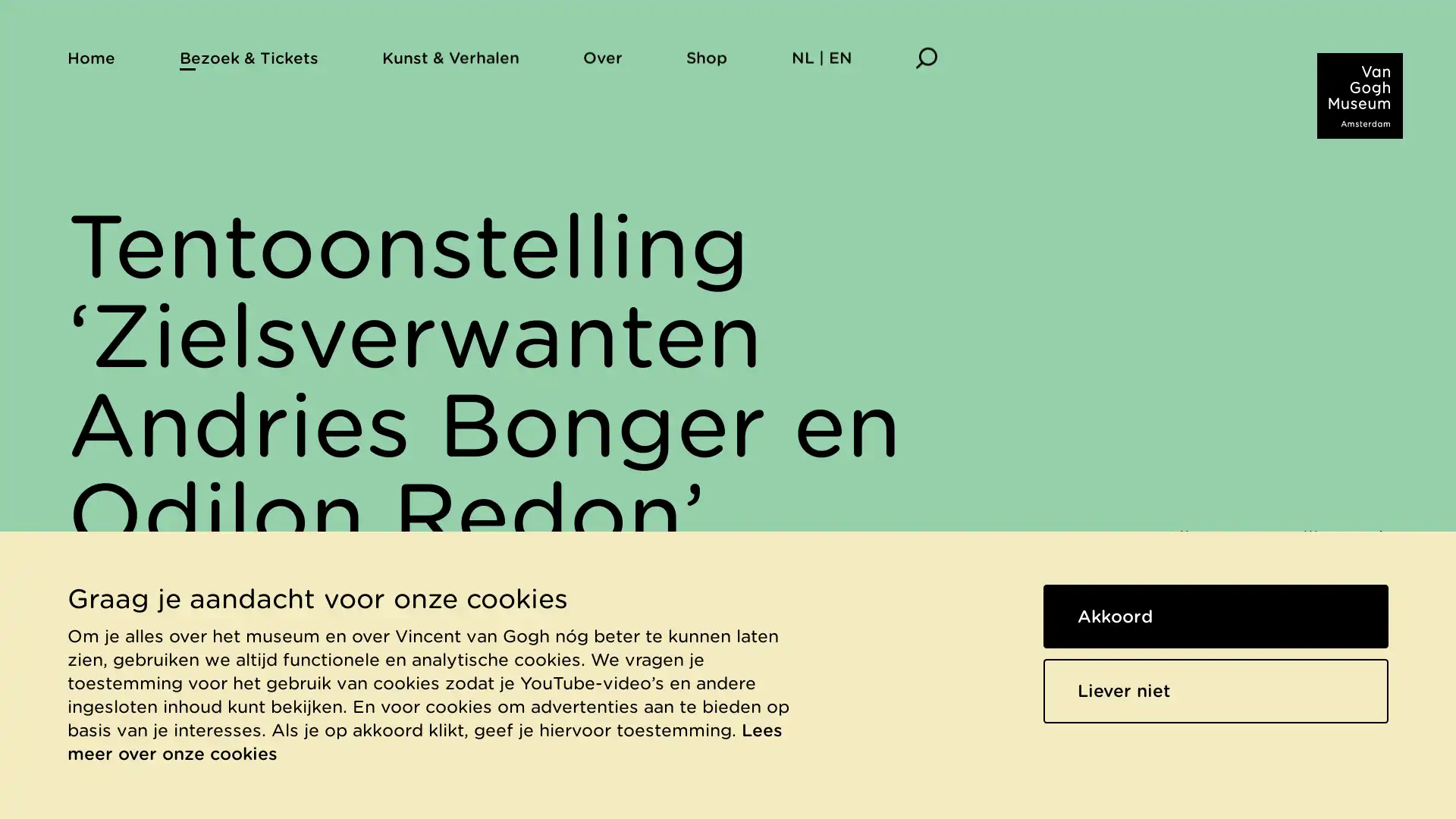 The image size is (1456, 819). Describe the element at coordinates (1216, 616) in the screenshot. I see `Akkoord` at that location.